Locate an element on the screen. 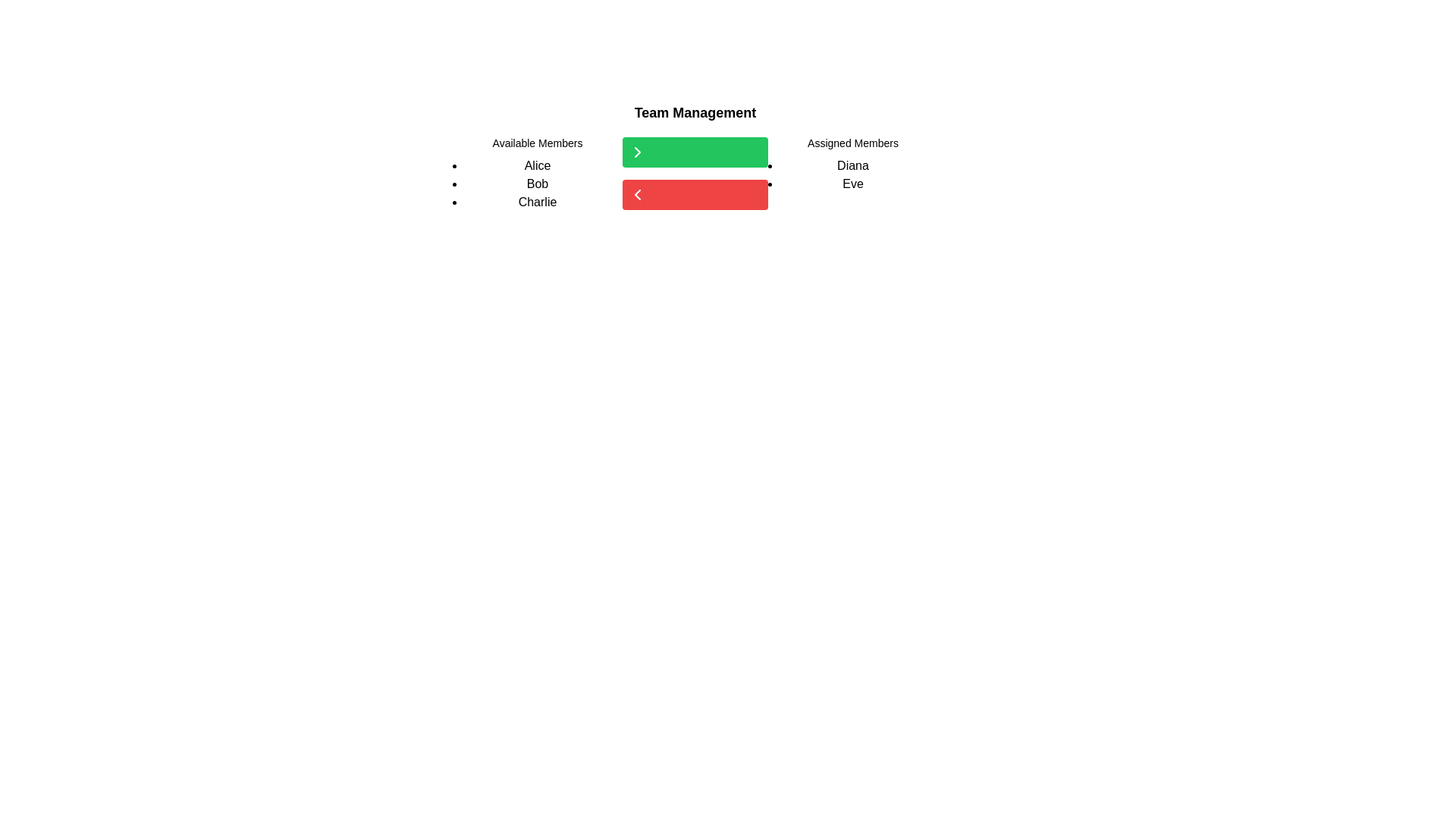  the 'Assigned Members' text display module is located at coordinates (852, 172).